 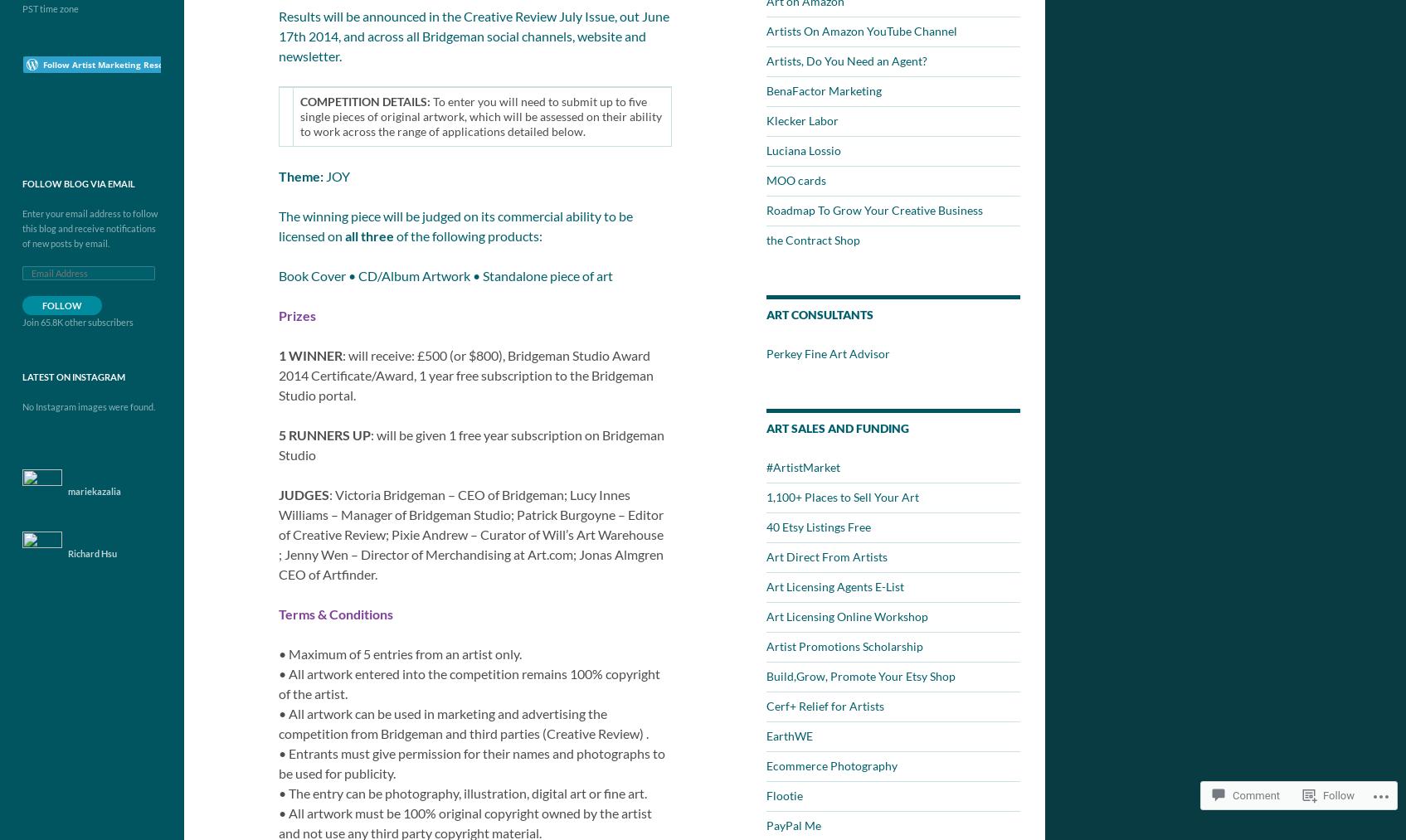 I want to click on 'PST time zone', so click(x=51, y=7).